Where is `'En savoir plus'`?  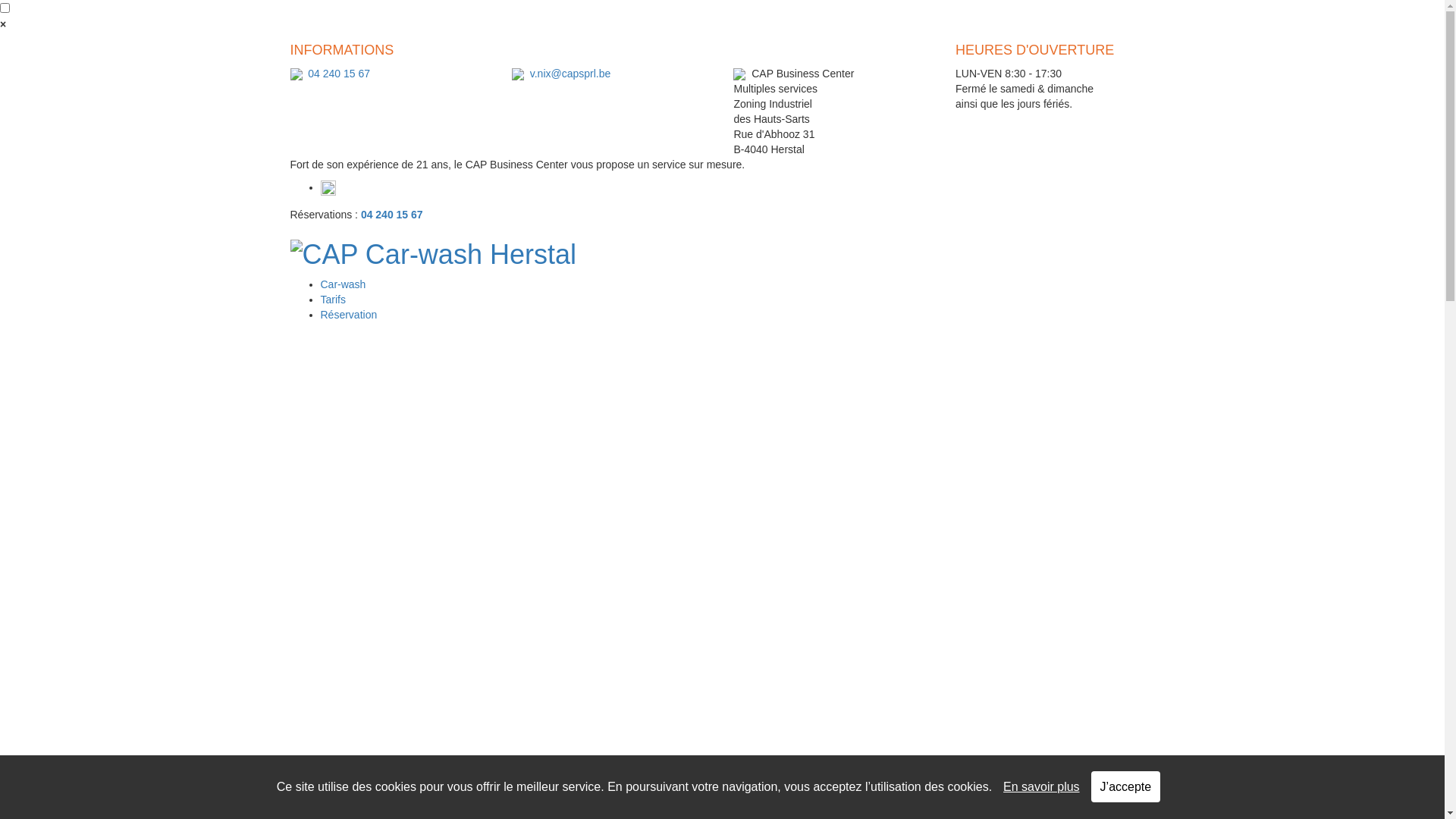
'En savoir plus' is located at coordinates (1040, 786).